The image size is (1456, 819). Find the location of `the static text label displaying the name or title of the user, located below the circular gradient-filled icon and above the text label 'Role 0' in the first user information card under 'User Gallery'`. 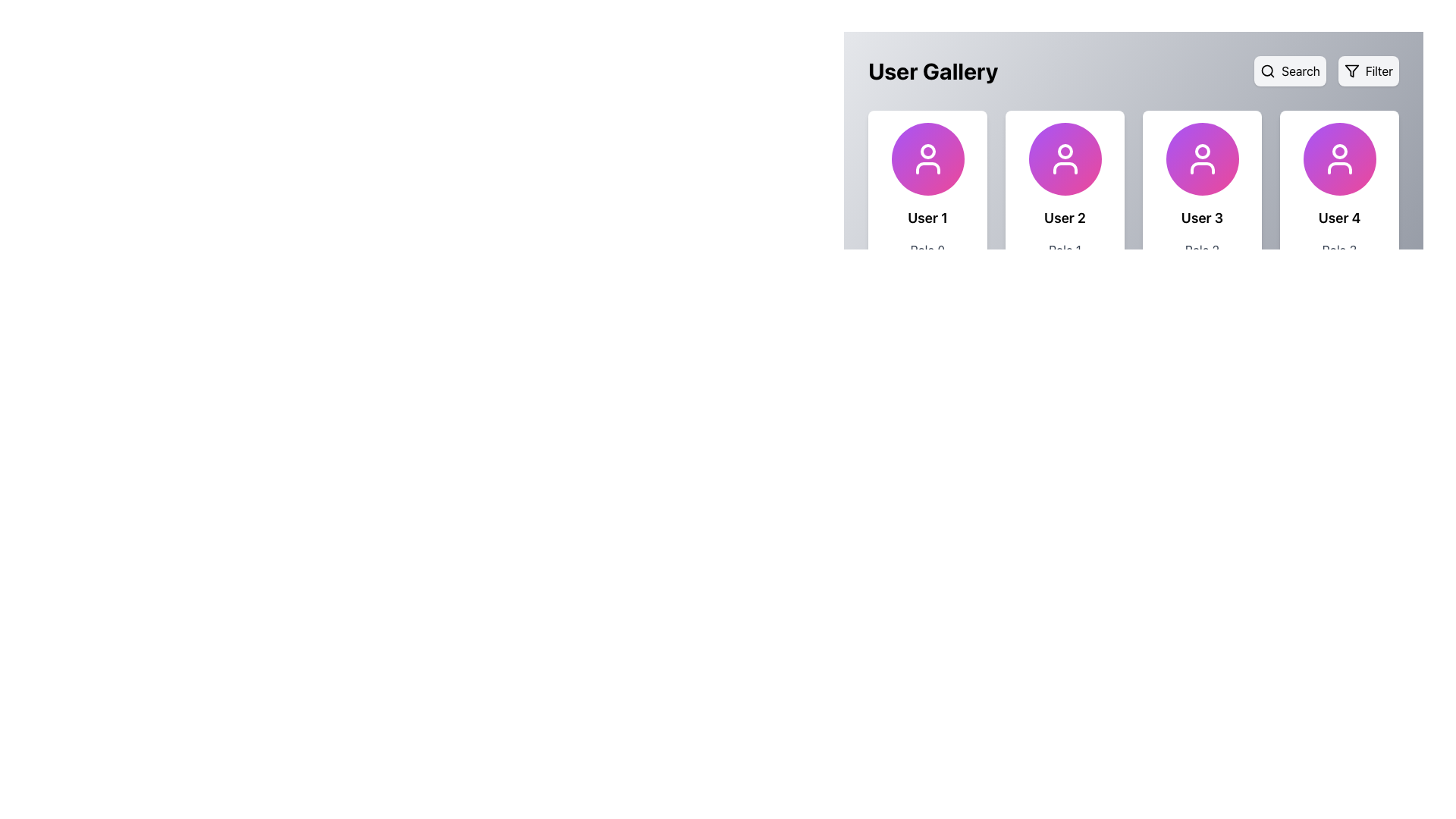

the static text label displaying the name or title of the user, located below the circular gradient-filled icon and above the text label 'Role 0' in the first user information card under 'User Gallery' is located at coordinates (927, 218).